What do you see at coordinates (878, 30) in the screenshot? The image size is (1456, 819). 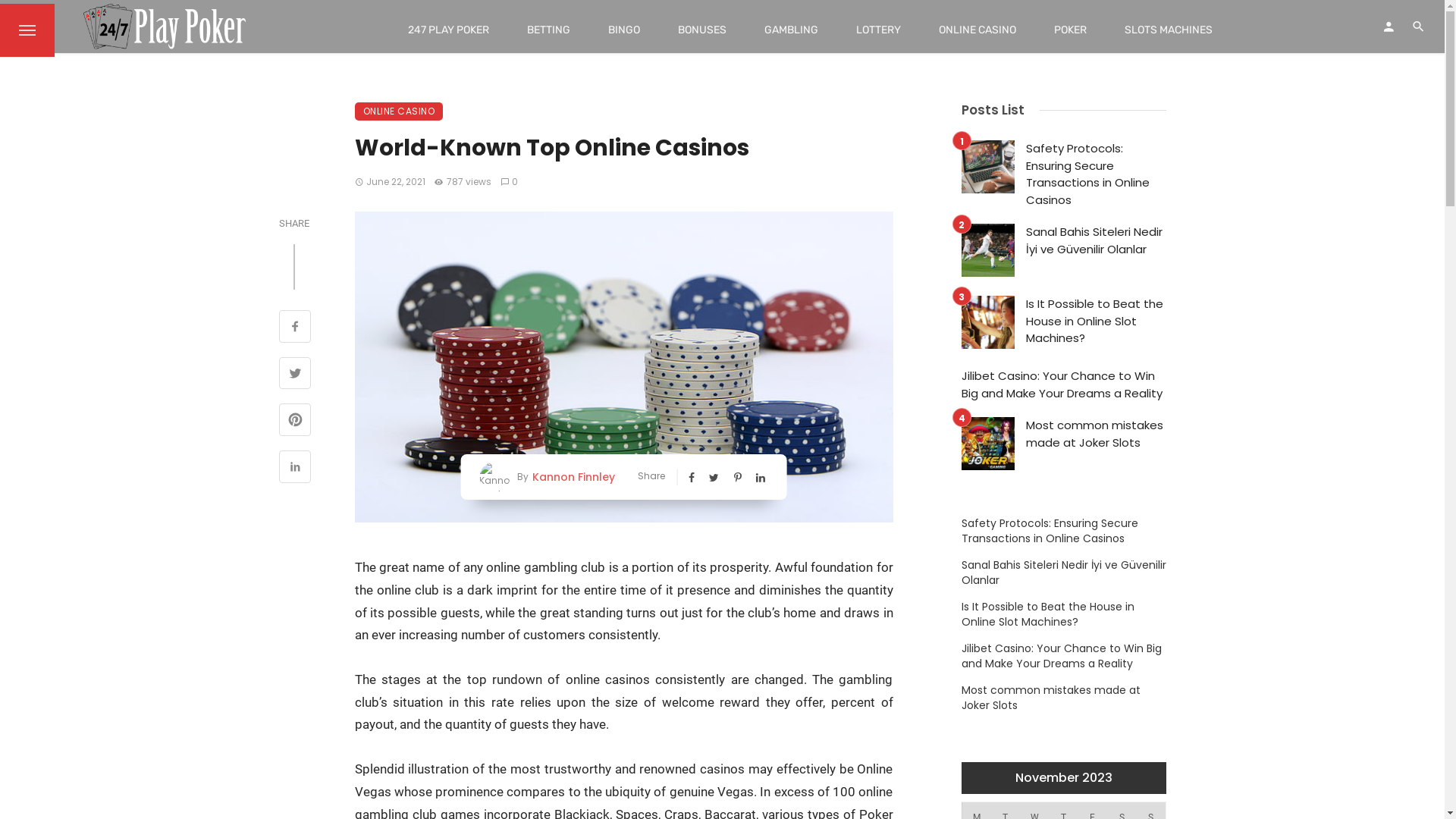 I see `'LOTTERY'` at bounding box center [878, 30].